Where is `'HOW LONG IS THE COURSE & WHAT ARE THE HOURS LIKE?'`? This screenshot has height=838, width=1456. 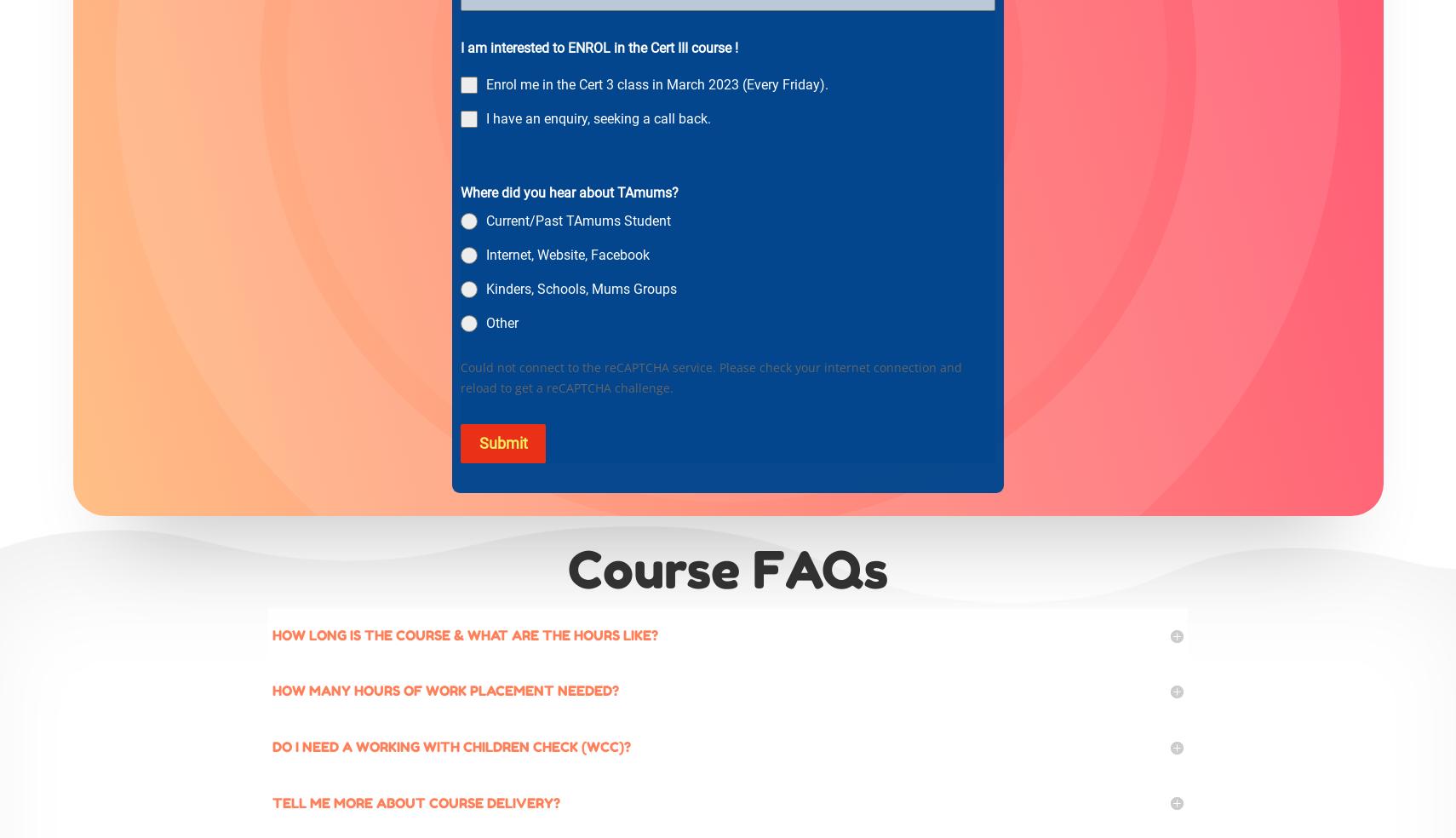
'HOW LONG IS THE COURSE & WHAT ARE THE HOURS LIKE?' is located at coordinates (465, 633).